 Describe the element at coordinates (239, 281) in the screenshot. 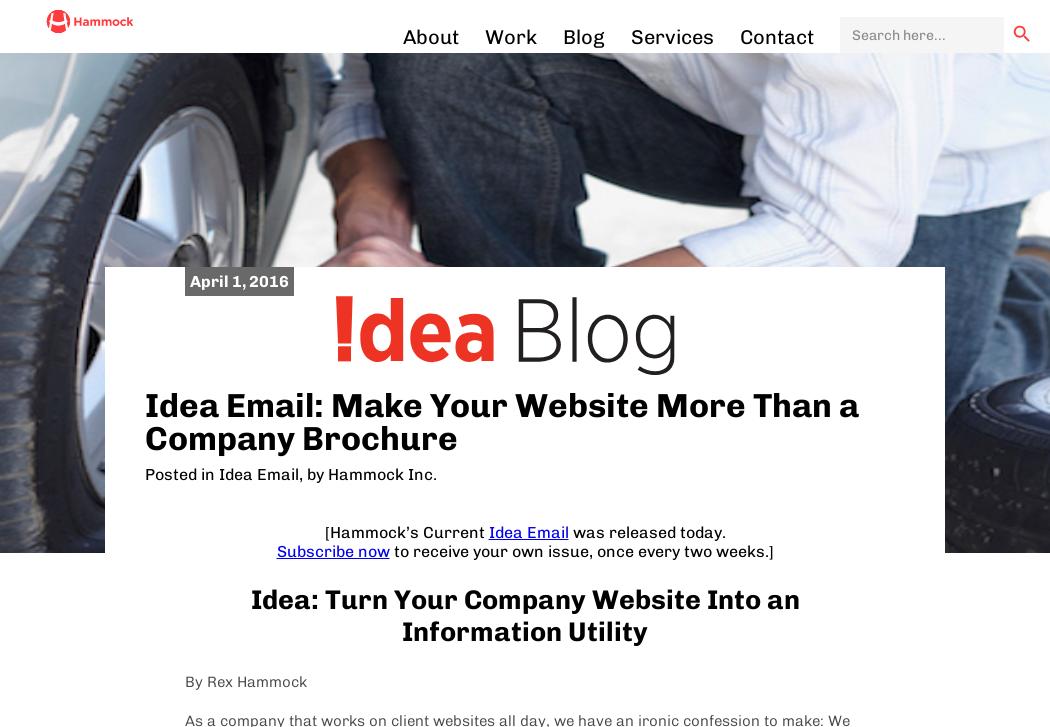

I see `'April 1, 2016'` at that location.